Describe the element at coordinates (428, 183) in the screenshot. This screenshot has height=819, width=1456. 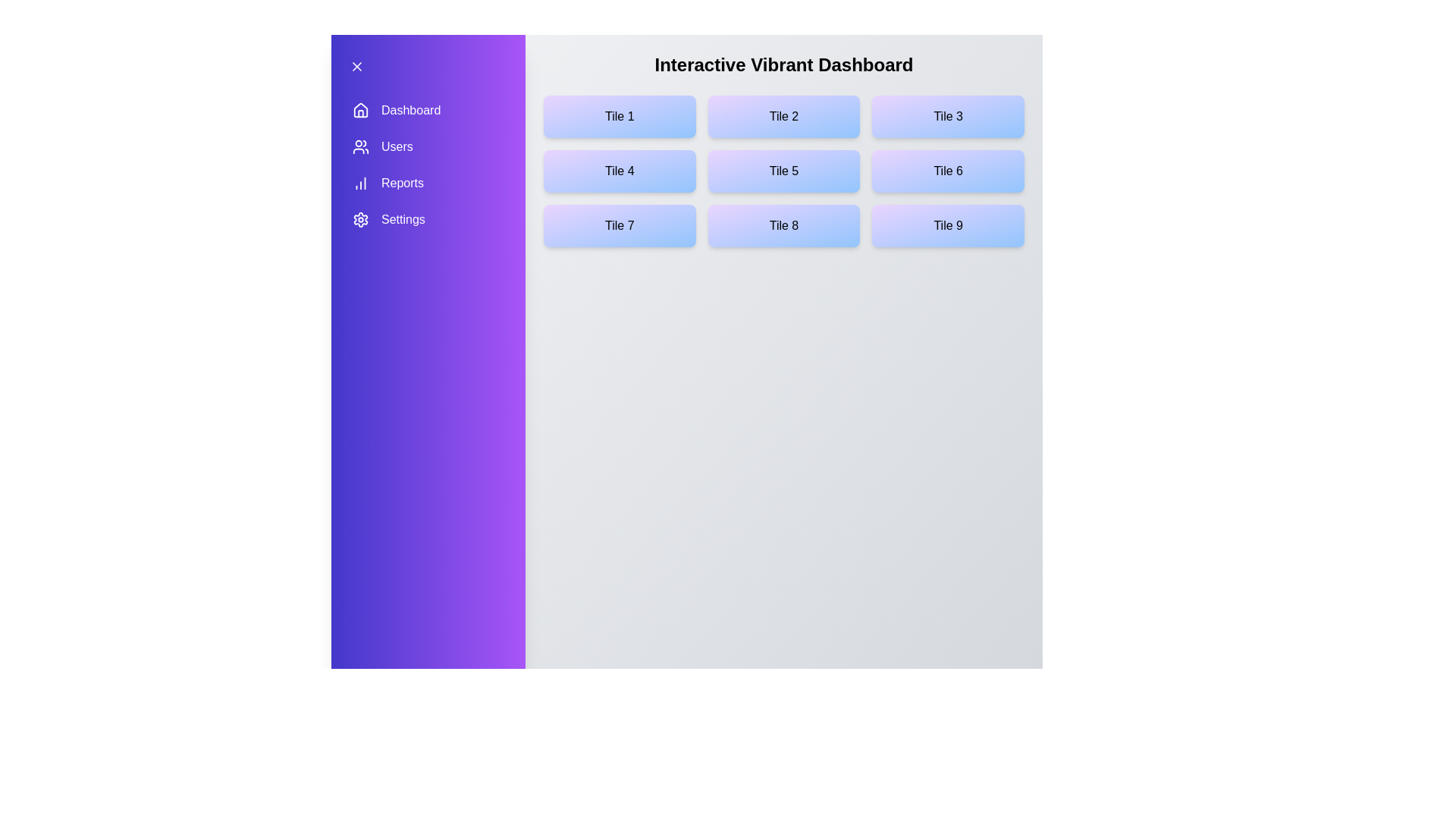
I see `the menu item Reports in the sidebar` at that location.